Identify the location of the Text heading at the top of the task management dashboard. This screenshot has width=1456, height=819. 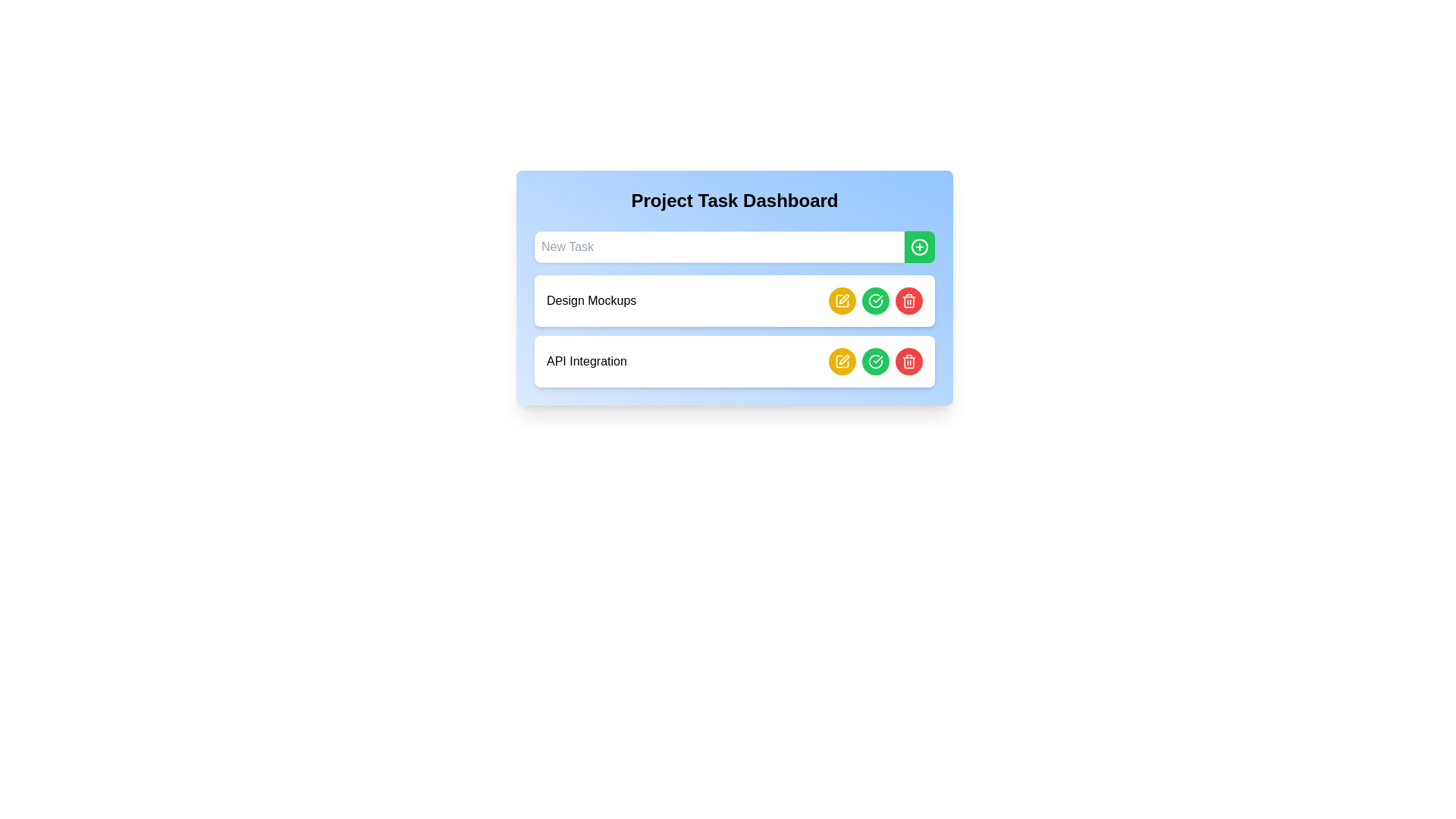
(735, 200).